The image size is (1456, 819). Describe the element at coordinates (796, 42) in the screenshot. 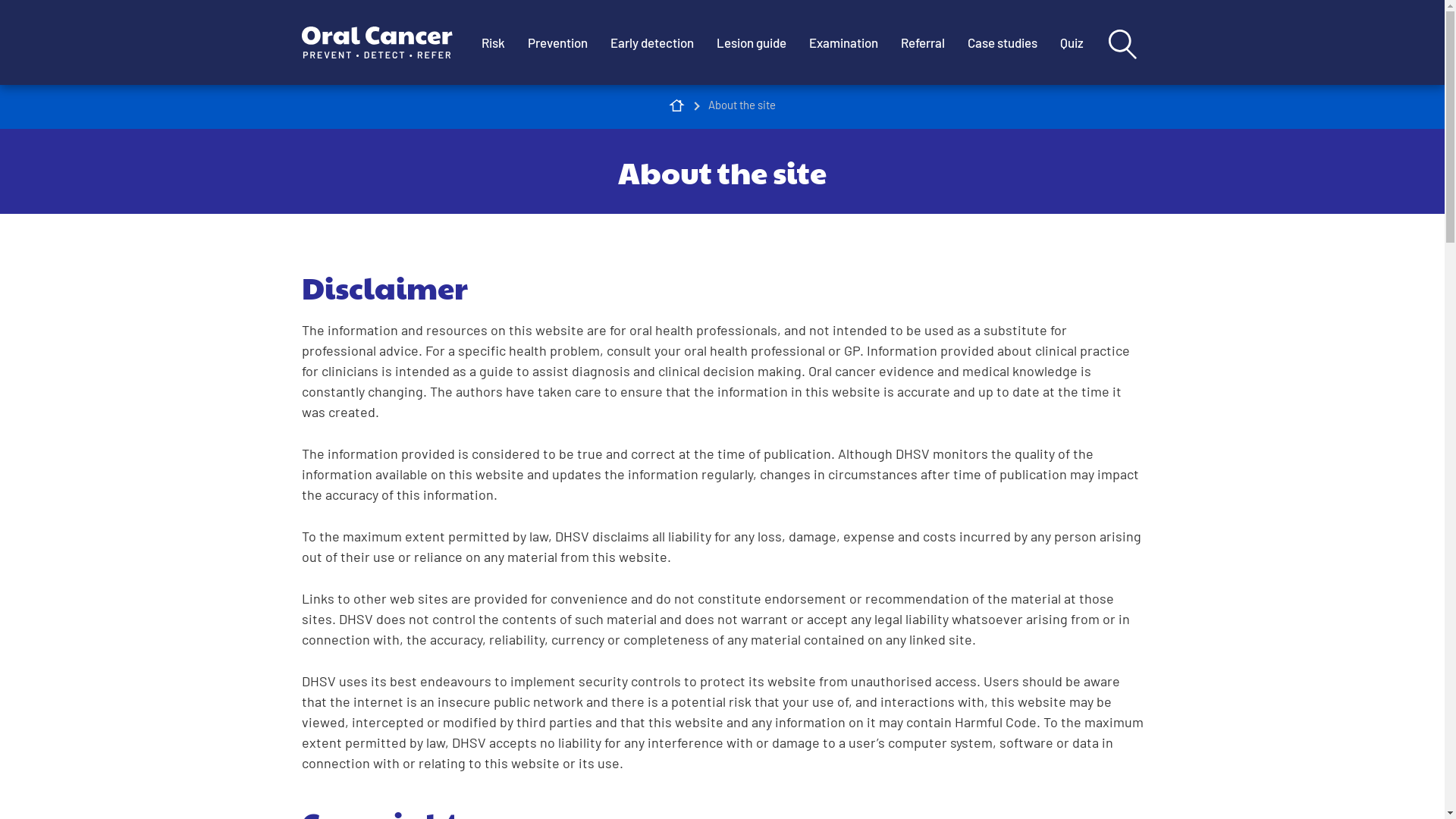

I see `'Examination'` at that location.